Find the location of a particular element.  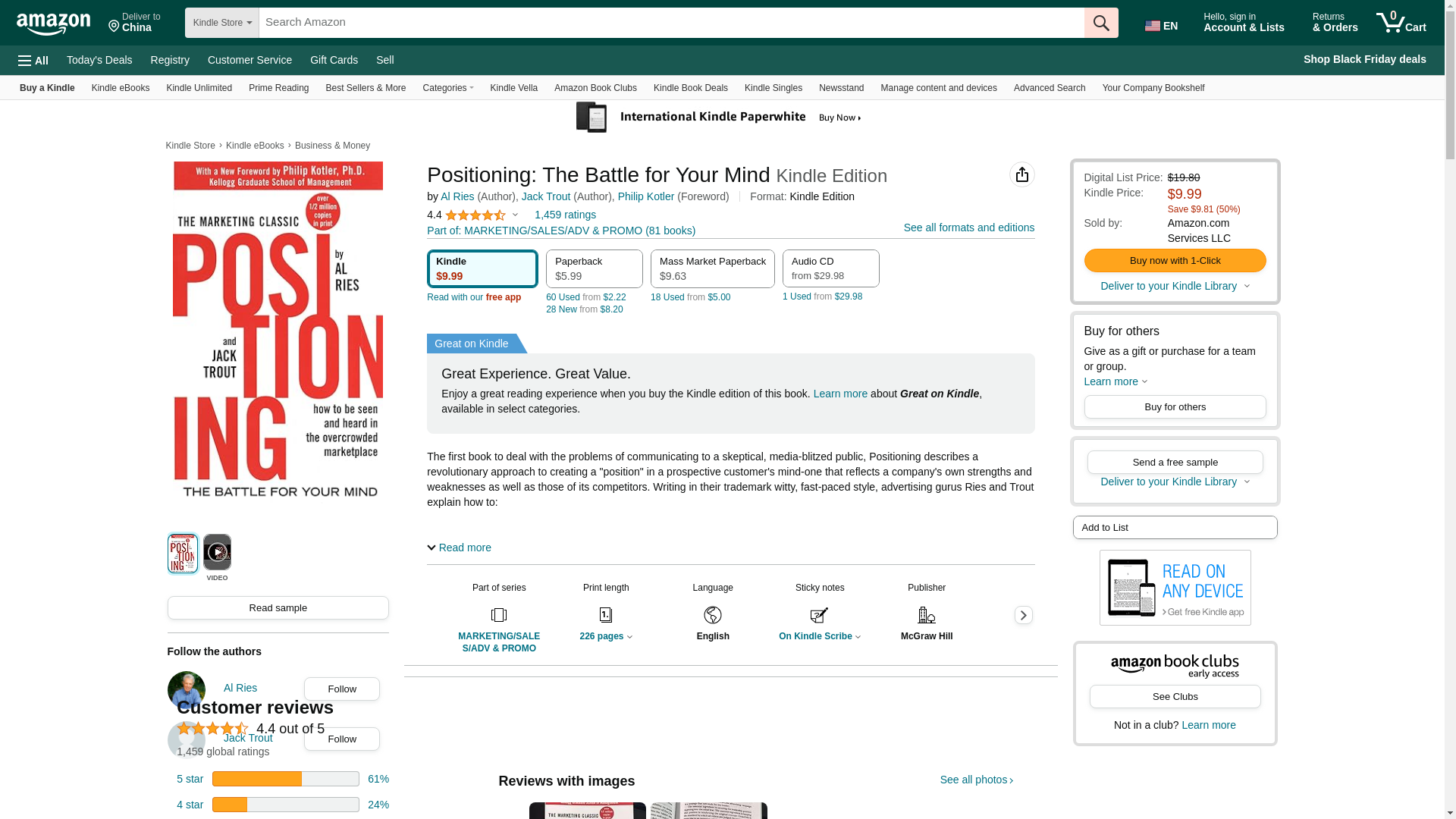

'Kindle Vella' is located at coordinates (514, 87).